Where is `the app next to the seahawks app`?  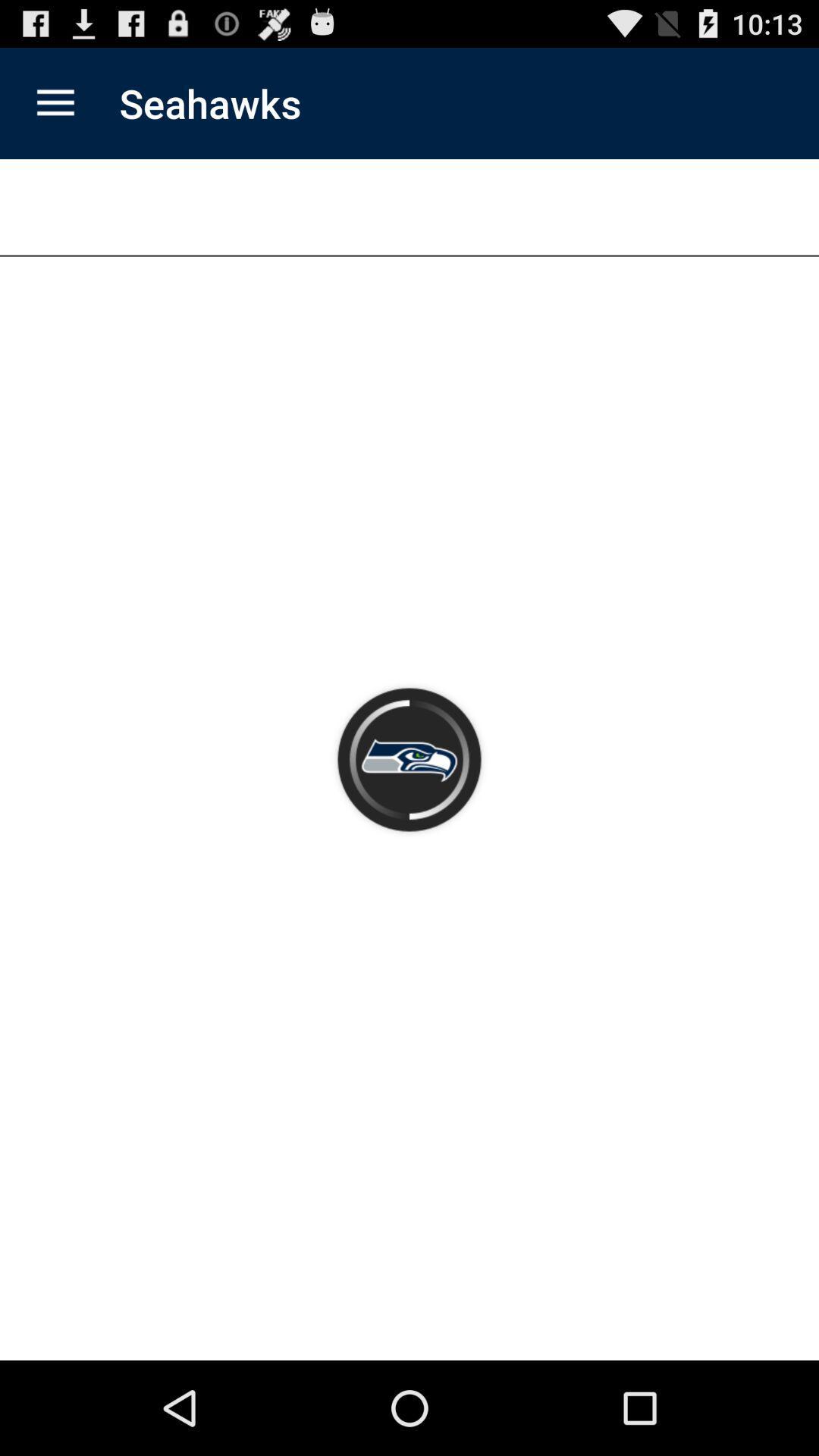 the app next to the seahawks app is located at coordinates (55, 102).